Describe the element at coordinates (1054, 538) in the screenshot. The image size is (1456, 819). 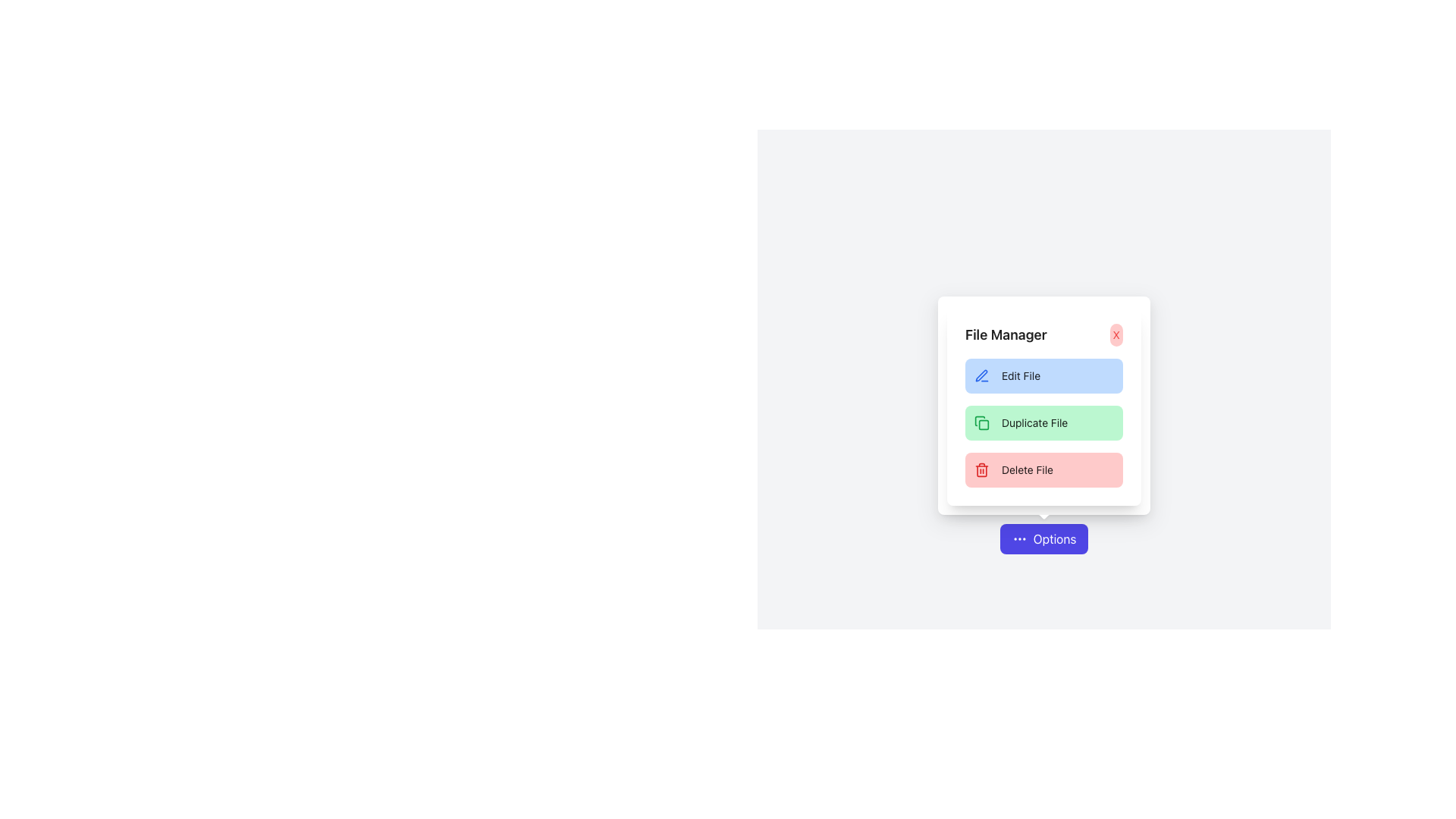
I see `the 'Options' text which is styled in a bold, white font within a blue rounded rectangular button below the 'File Manager' popover` at that location.